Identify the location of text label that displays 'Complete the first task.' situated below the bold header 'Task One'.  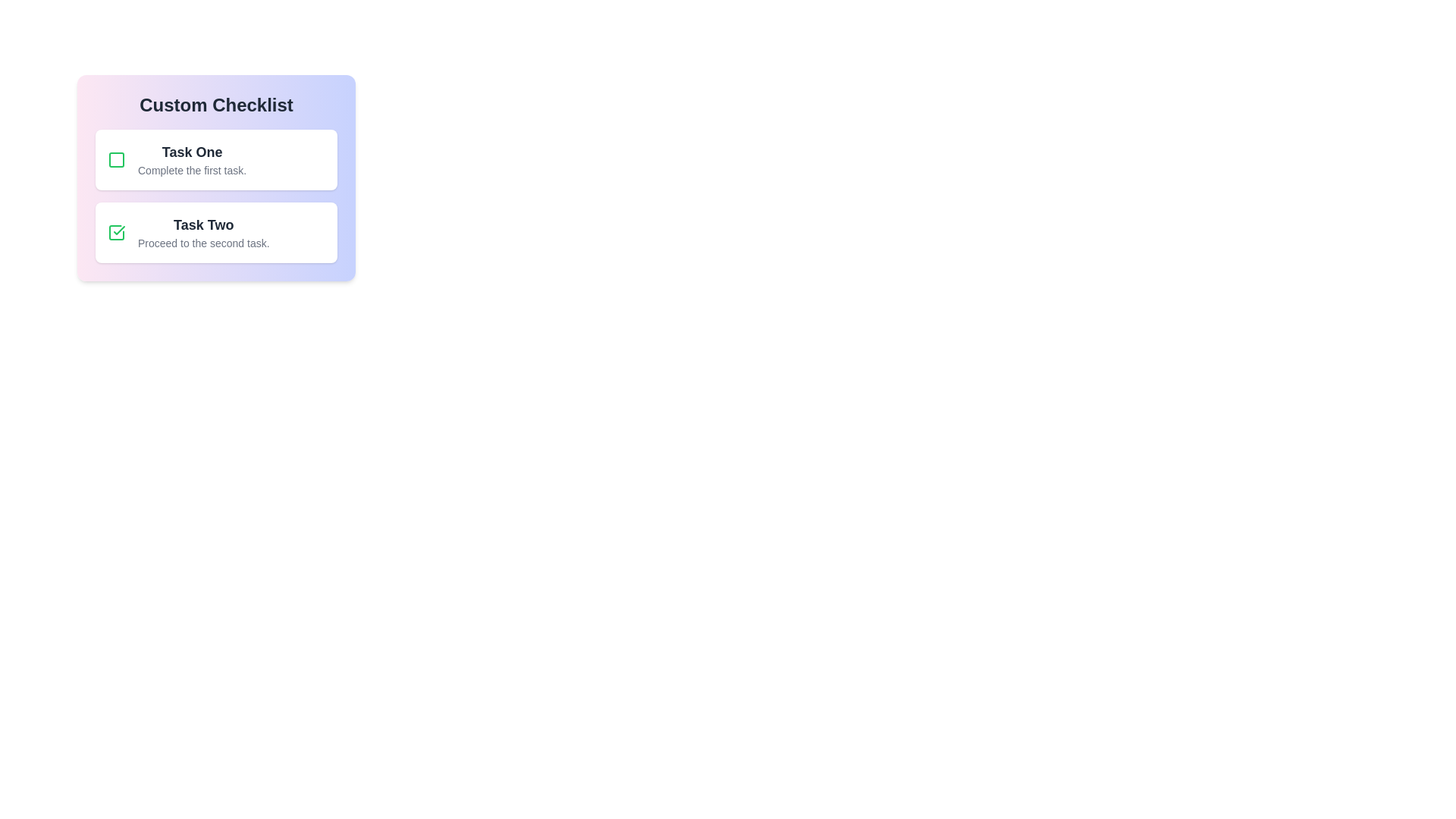
(191, 170).